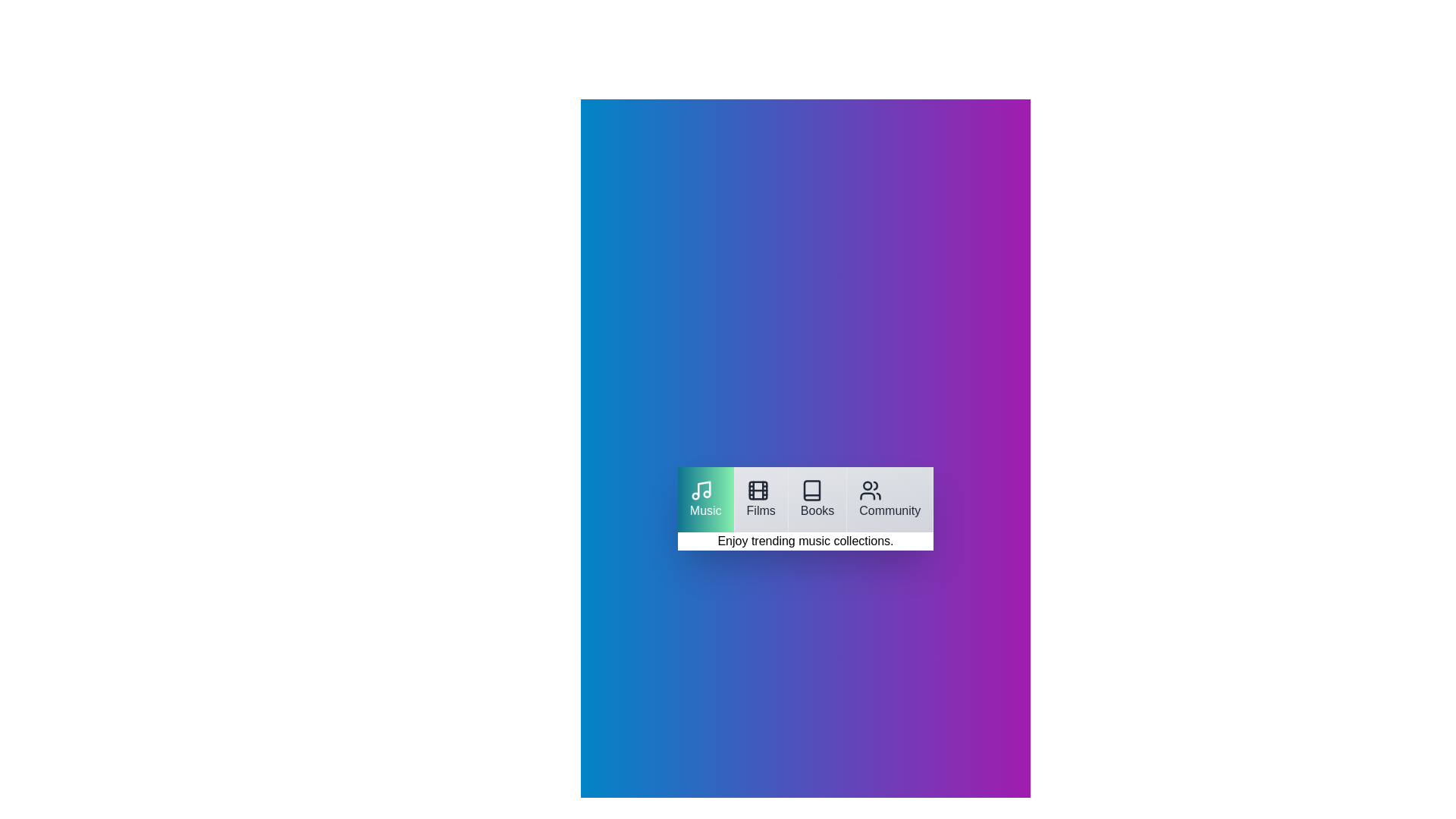 The width and height of the screenshot is (1456, 819). Describe the element at coordinates (700, 491) in the screenshot. I see `the music note icon in the navigation menu for accessibility purposes` at that location.